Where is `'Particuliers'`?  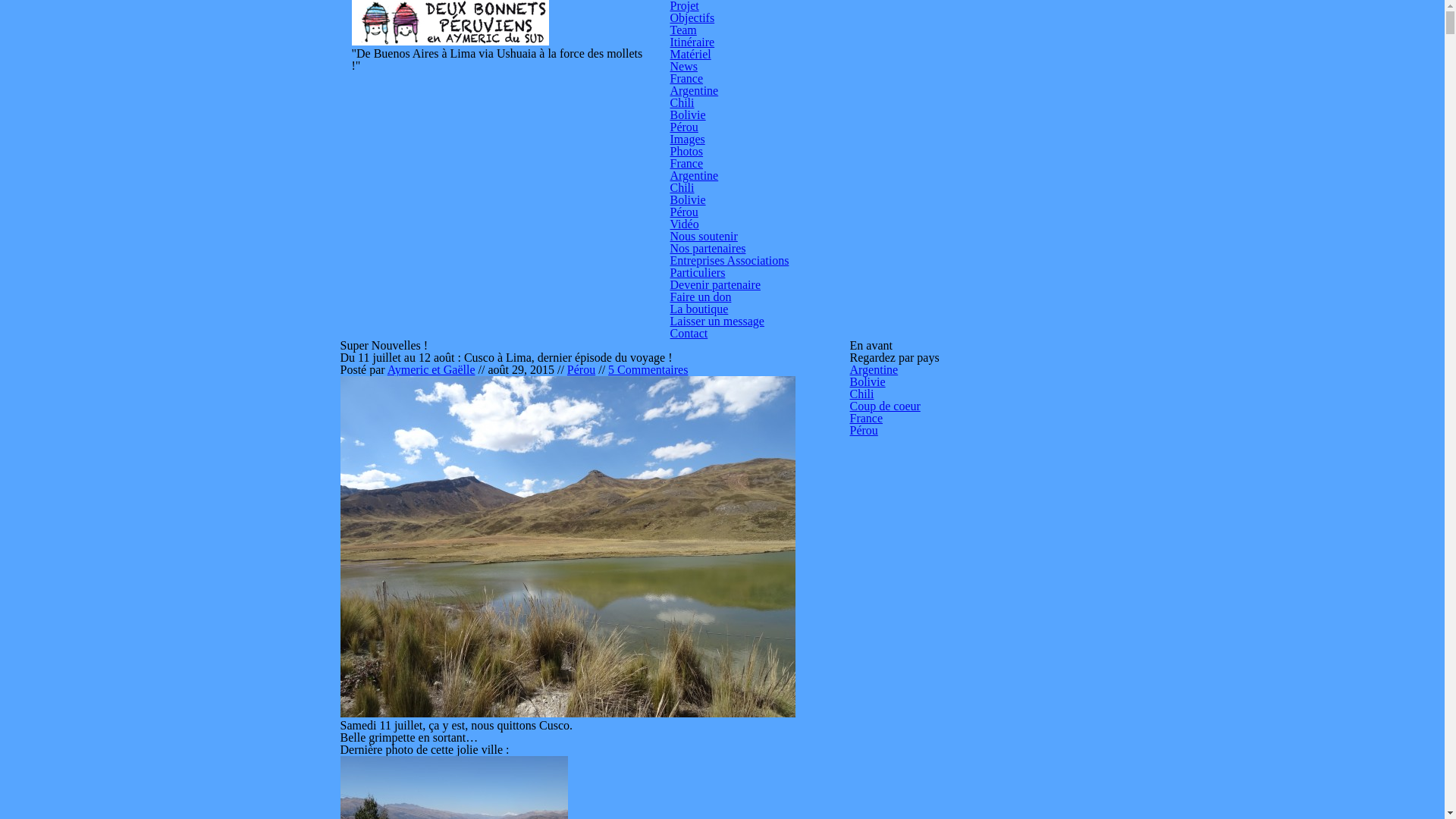
'Particuliers' is located at coordinates (697, 271).